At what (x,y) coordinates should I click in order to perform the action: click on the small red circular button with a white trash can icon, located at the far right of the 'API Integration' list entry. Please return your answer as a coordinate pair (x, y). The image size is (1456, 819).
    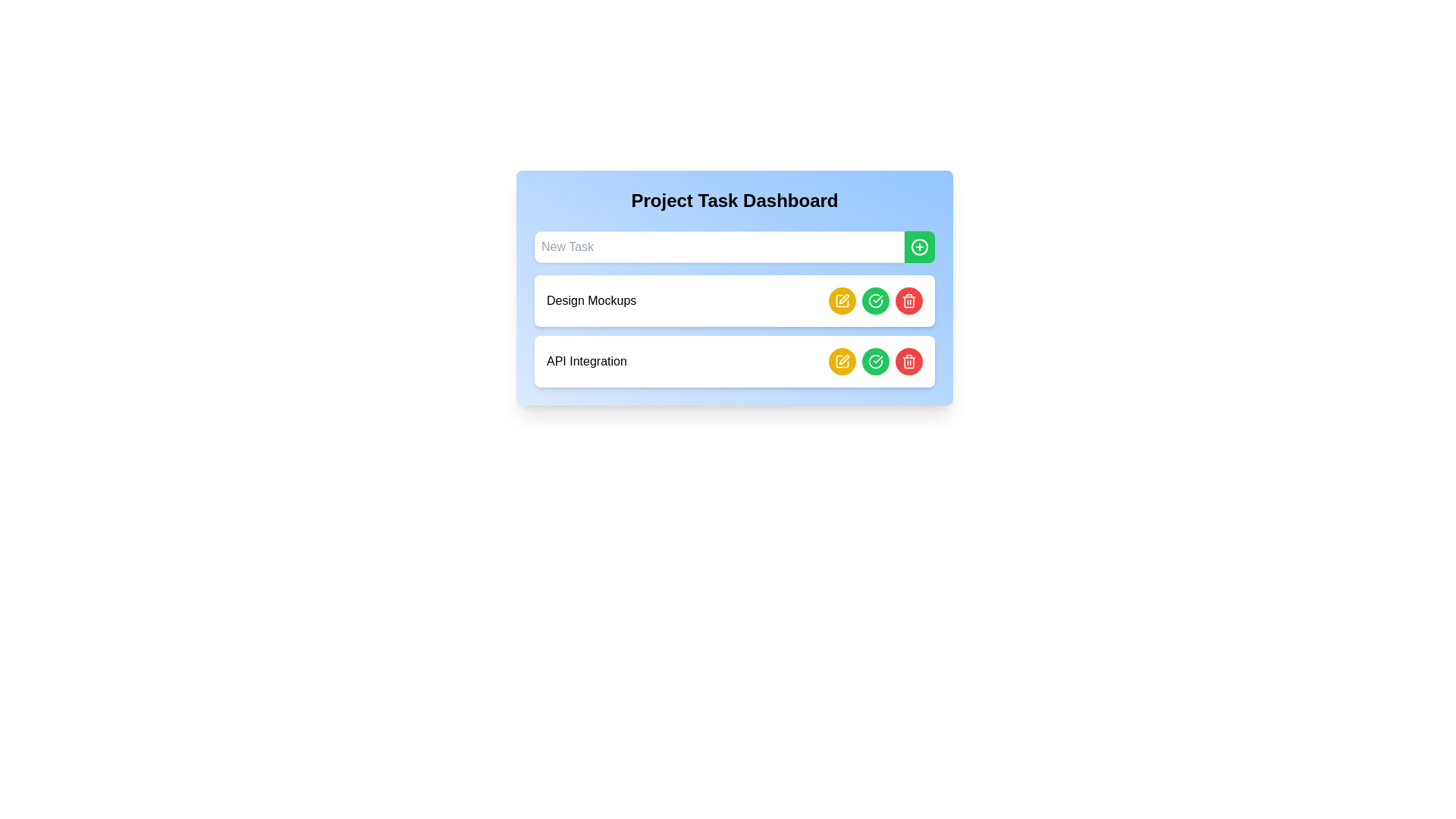
    Looking at the image, I should click on (909, 301).